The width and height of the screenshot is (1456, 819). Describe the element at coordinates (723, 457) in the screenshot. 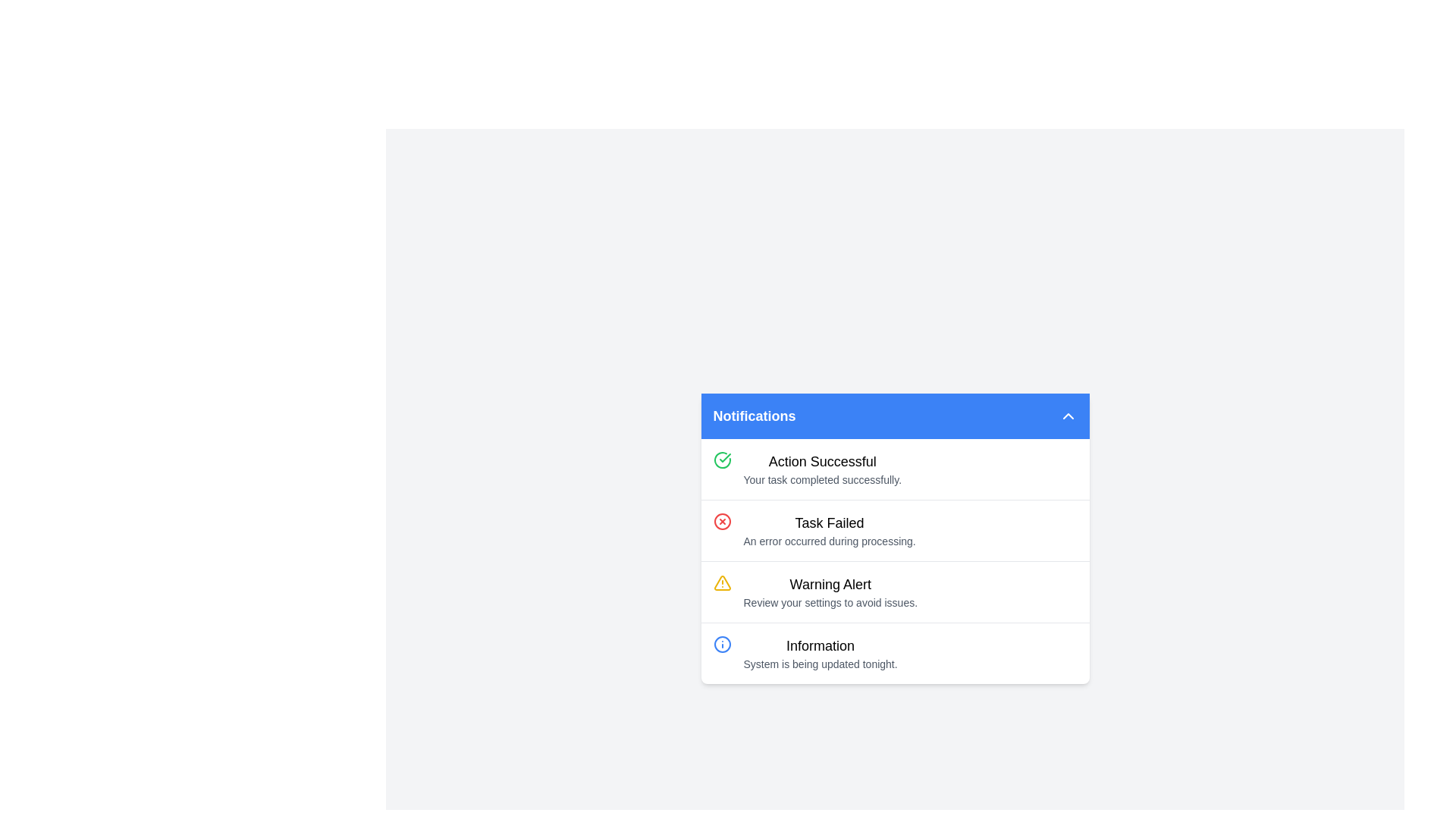

I see `the checkmark icon located within a circular icon to the left of the text 'Action Successful' in the first notification card under the Notifications section` at that location.